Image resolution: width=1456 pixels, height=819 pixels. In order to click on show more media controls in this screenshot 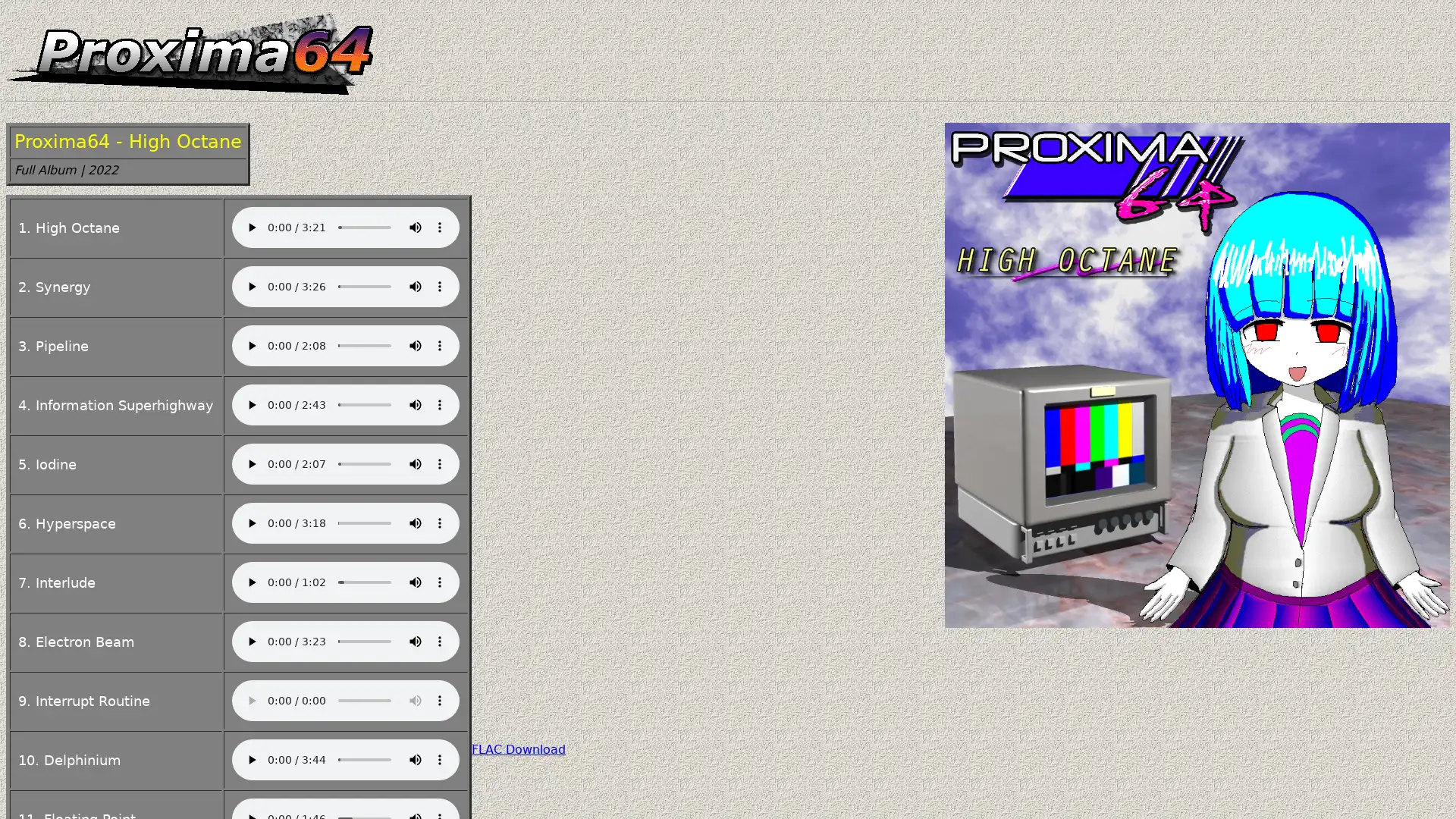, I will do `click(439, 641)`.